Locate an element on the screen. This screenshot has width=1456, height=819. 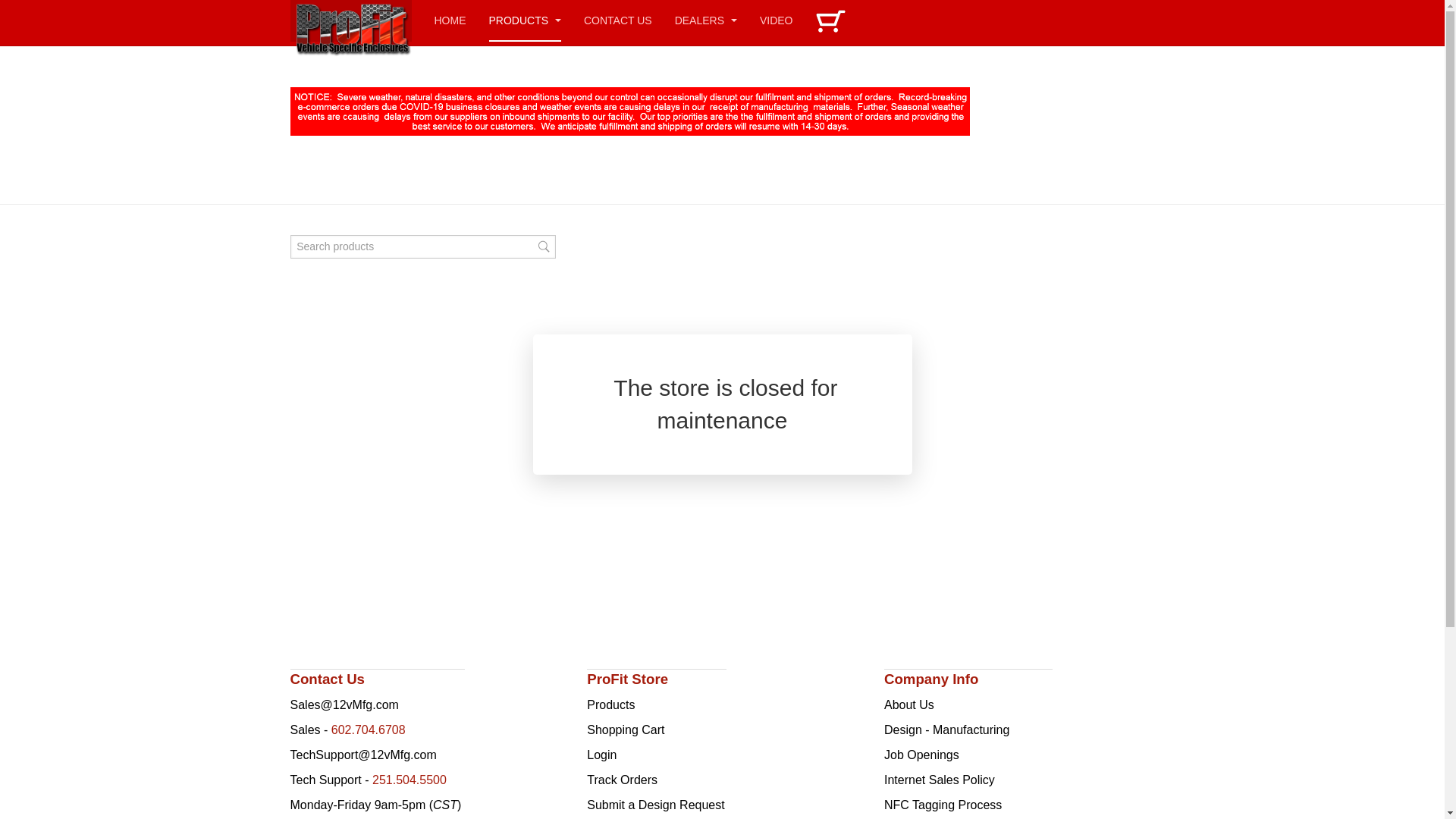
'Job Openings' is located at coordinates (884, 755).